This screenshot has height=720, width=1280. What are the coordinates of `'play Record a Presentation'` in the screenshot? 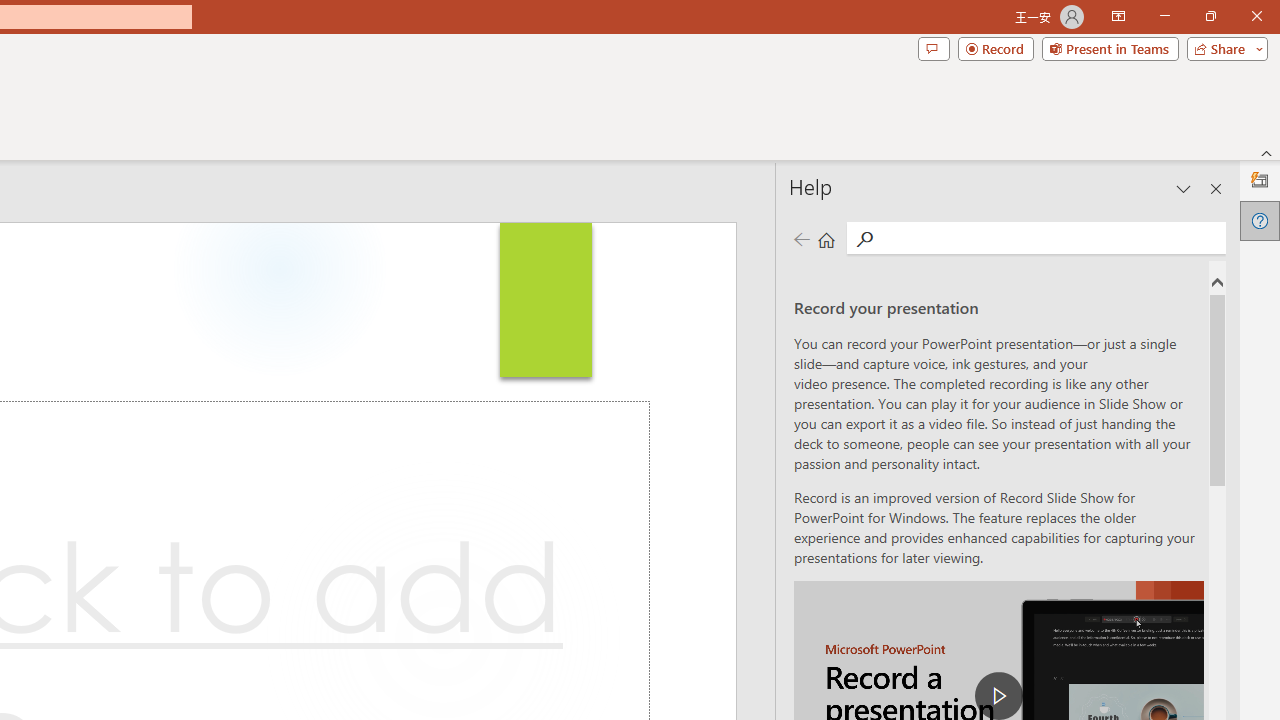 It's located at (999, 694).